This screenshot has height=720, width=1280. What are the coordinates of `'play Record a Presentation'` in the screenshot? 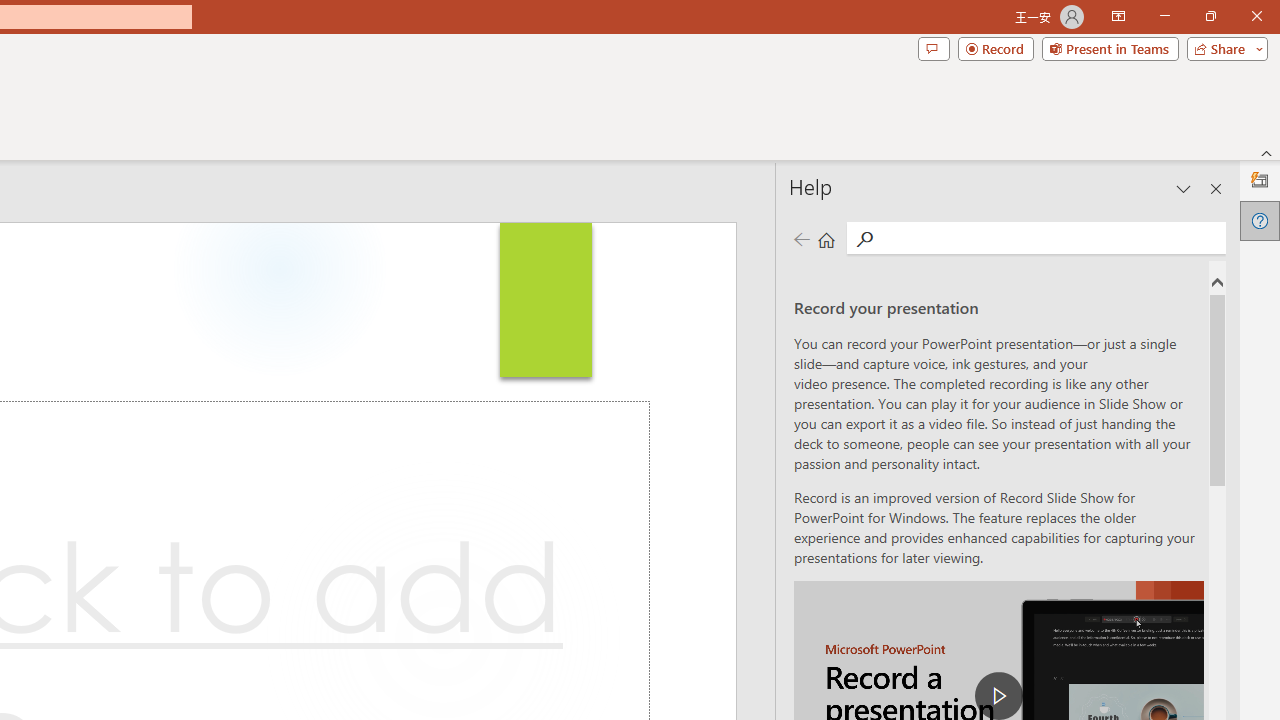 It's located at (999, 694).